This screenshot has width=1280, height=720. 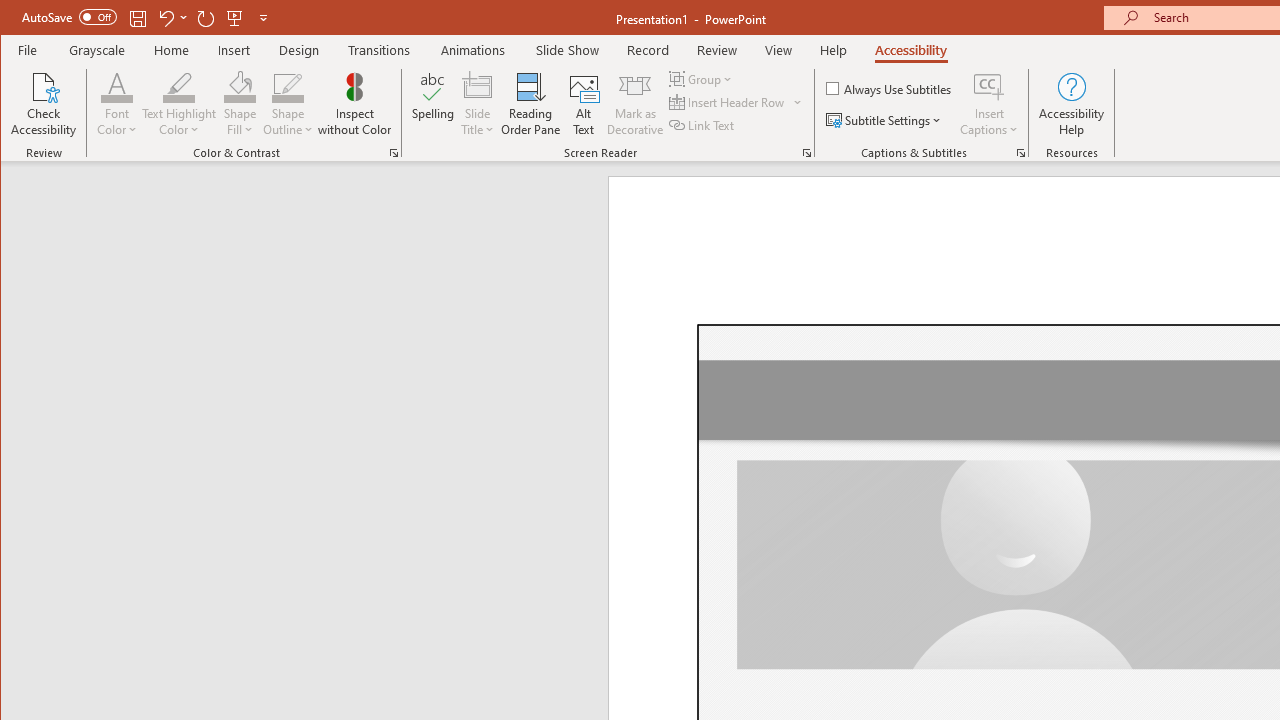 I want to click on 'Spelling...', so click(x=432, y=104).